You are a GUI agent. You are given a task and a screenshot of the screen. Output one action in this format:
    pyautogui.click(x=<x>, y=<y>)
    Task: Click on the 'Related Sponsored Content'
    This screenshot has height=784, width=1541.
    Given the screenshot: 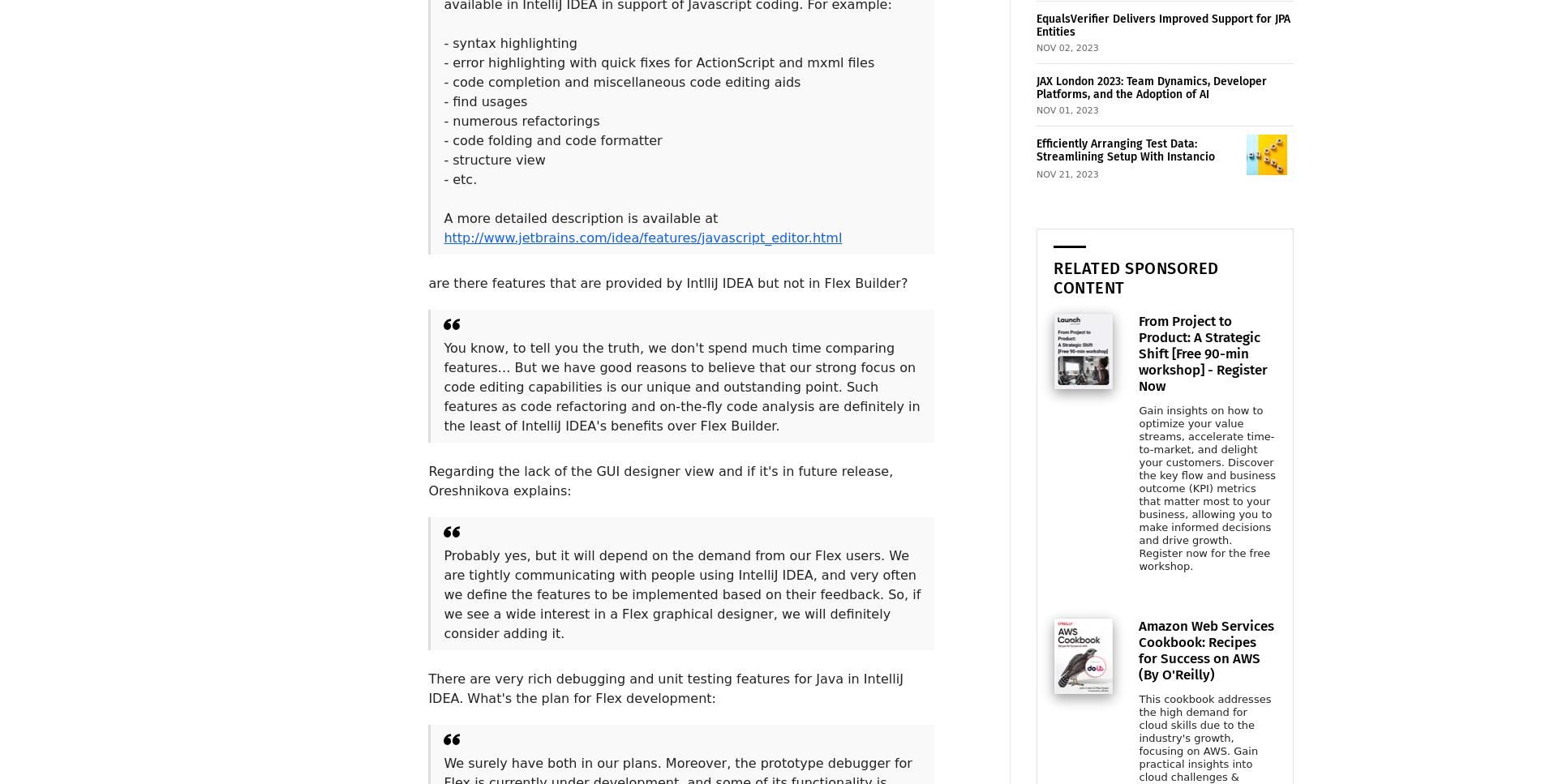 What is the action you would take?
    pyautogui.click(x=1053, y=276)
    